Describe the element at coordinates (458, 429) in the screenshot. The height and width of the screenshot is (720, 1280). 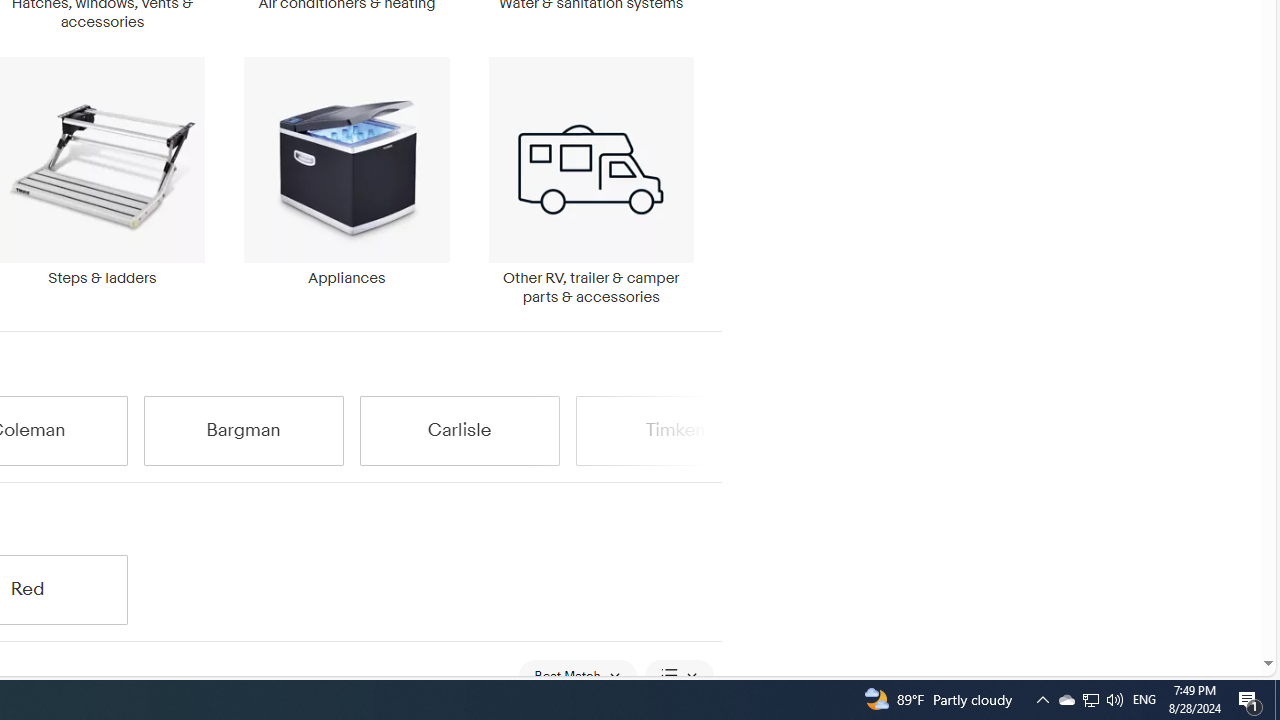
I see `'Carlisle'` at that location.